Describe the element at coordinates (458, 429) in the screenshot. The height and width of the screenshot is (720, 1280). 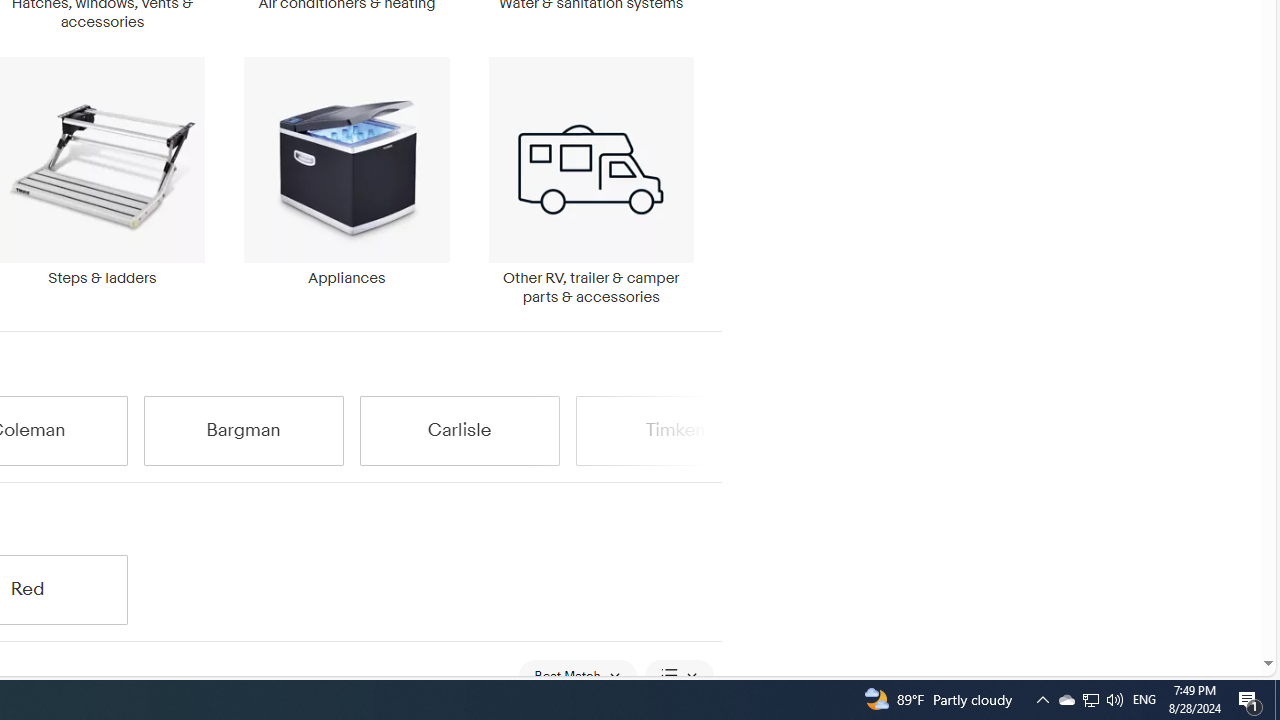
I see `'Carlisle'` at that location.